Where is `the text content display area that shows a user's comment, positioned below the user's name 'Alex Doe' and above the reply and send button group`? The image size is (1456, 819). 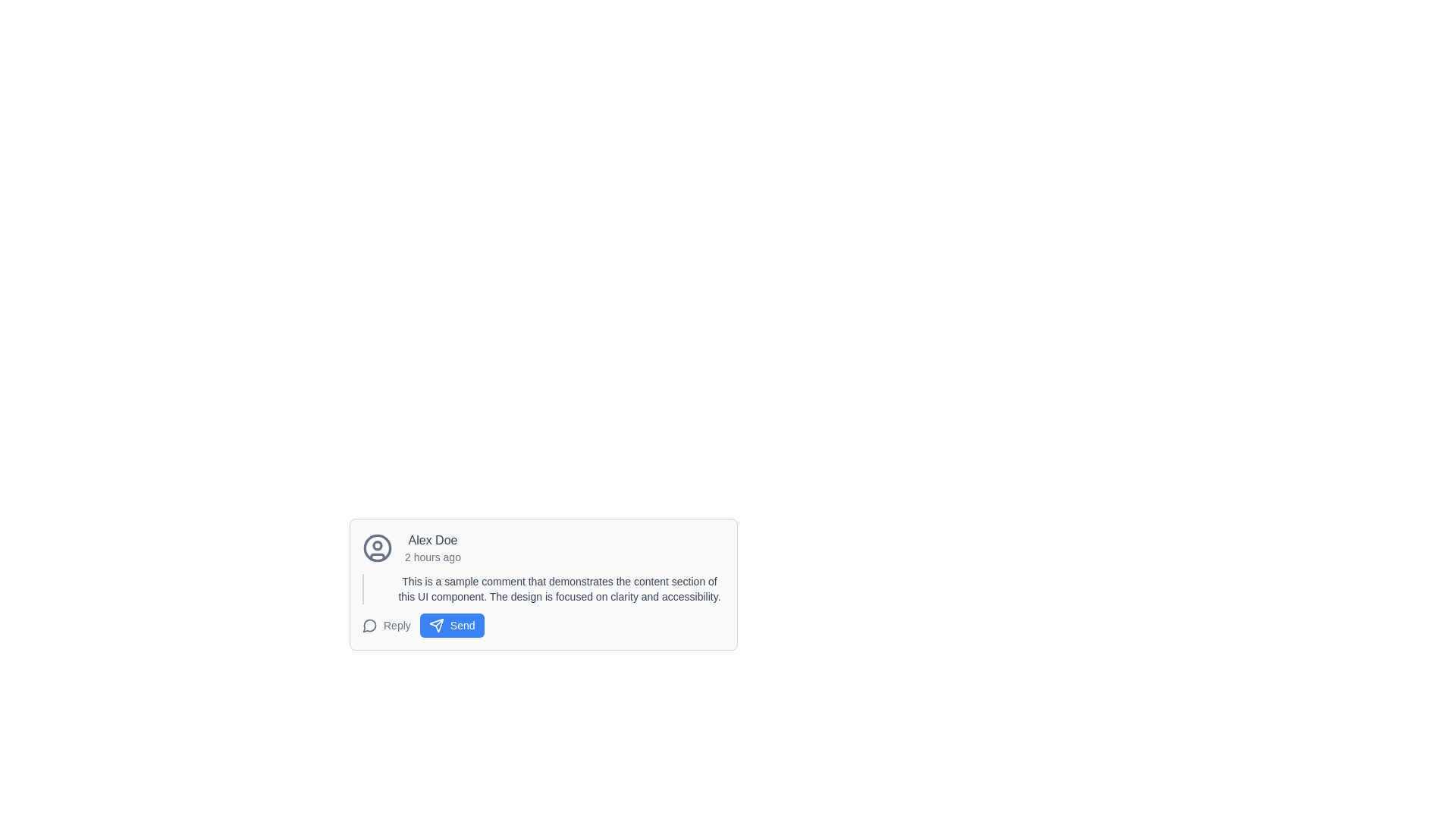
the text content display area that shows a user's comment, positioned below the user's name 'Alex Doe' and above the reply and send button group is located at coordinates (543, 588).